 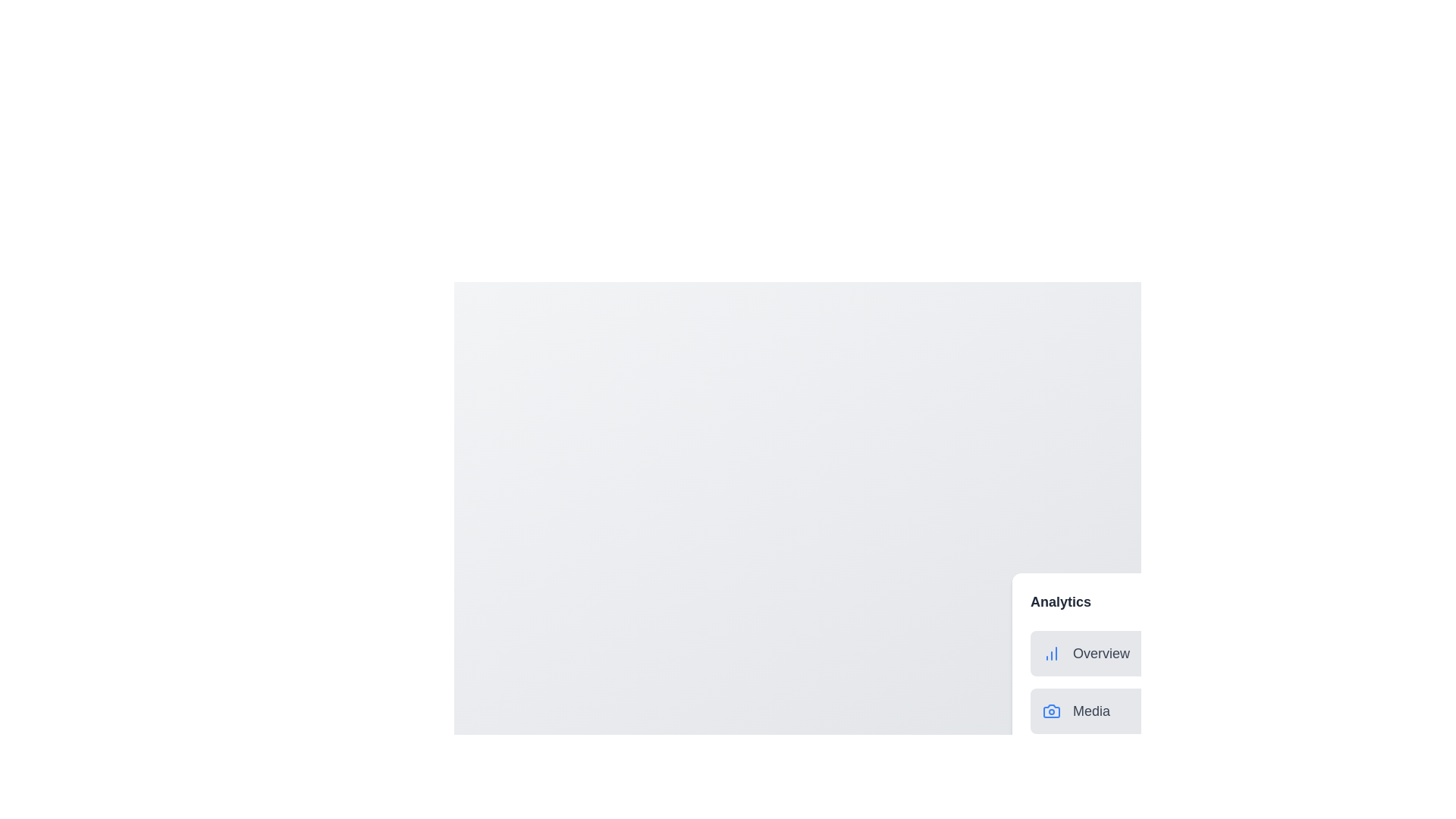 I want to click on the Media section to navigate, so click(x=1181, y=711).